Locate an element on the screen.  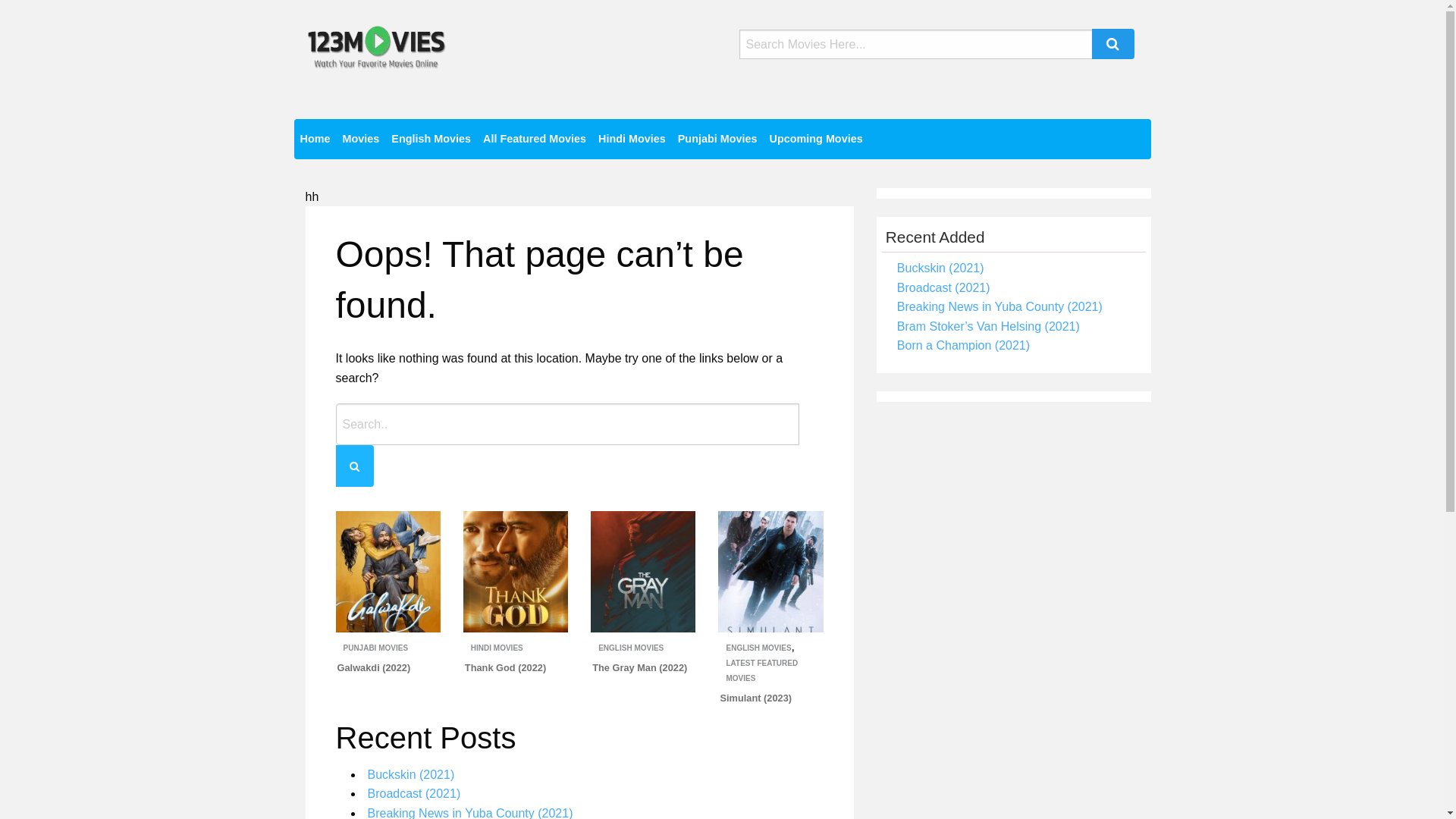
'ENGLISH MOVIES' is located at coordinates (630, 648).